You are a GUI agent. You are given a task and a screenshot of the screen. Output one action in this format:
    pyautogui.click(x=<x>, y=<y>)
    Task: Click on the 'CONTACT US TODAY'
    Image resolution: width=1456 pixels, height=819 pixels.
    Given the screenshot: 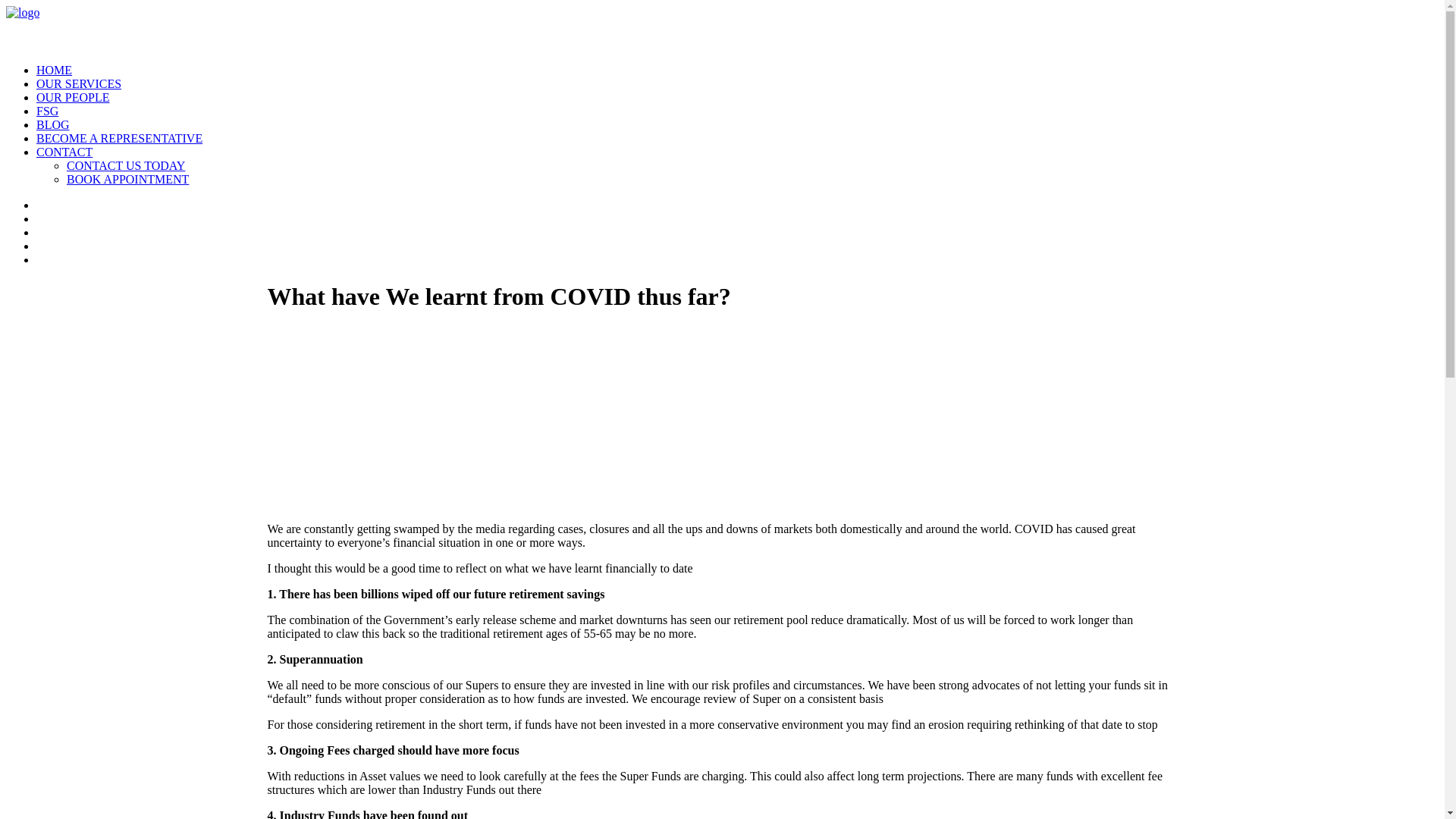 What is the action you would take?
    pyautogui.click(x=126, y=165)
    